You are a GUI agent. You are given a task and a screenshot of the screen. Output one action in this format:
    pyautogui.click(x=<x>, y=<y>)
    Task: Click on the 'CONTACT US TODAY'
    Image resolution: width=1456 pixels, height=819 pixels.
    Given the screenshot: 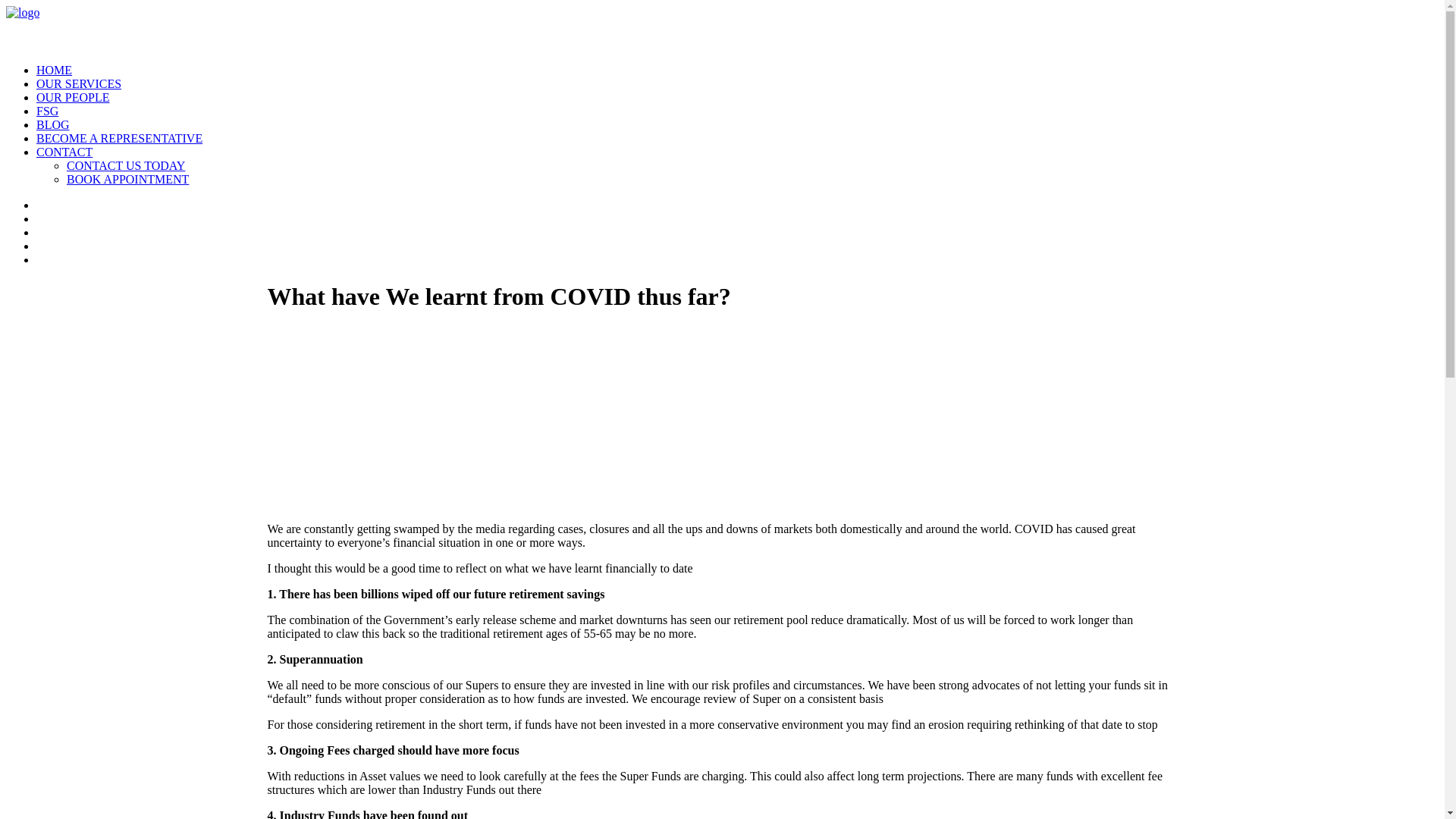 What is the action you would take?
    pyautogui.click(x=126, y=165)
    